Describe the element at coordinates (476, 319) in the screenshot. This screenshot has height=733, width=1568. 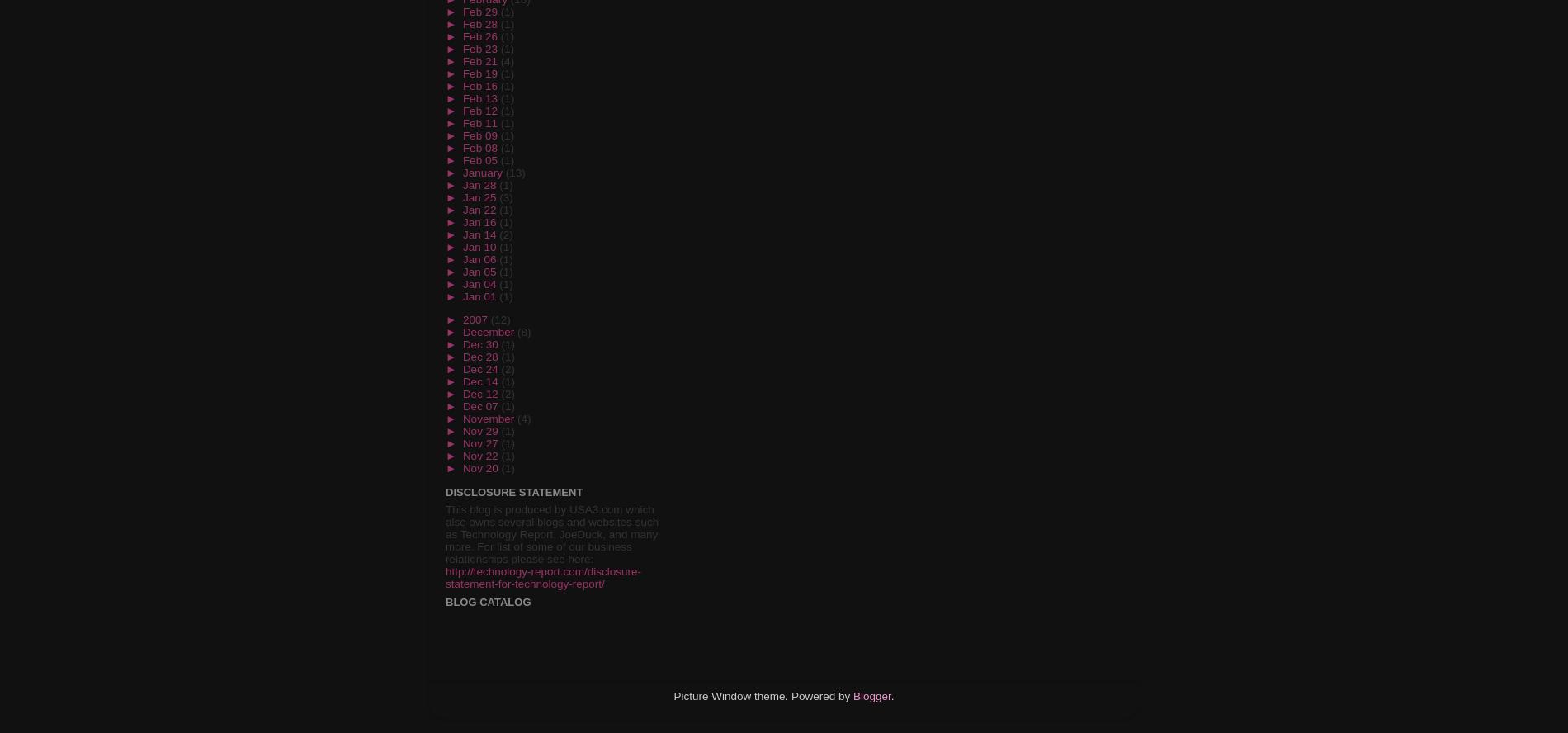
I see `'2007'` at that location.